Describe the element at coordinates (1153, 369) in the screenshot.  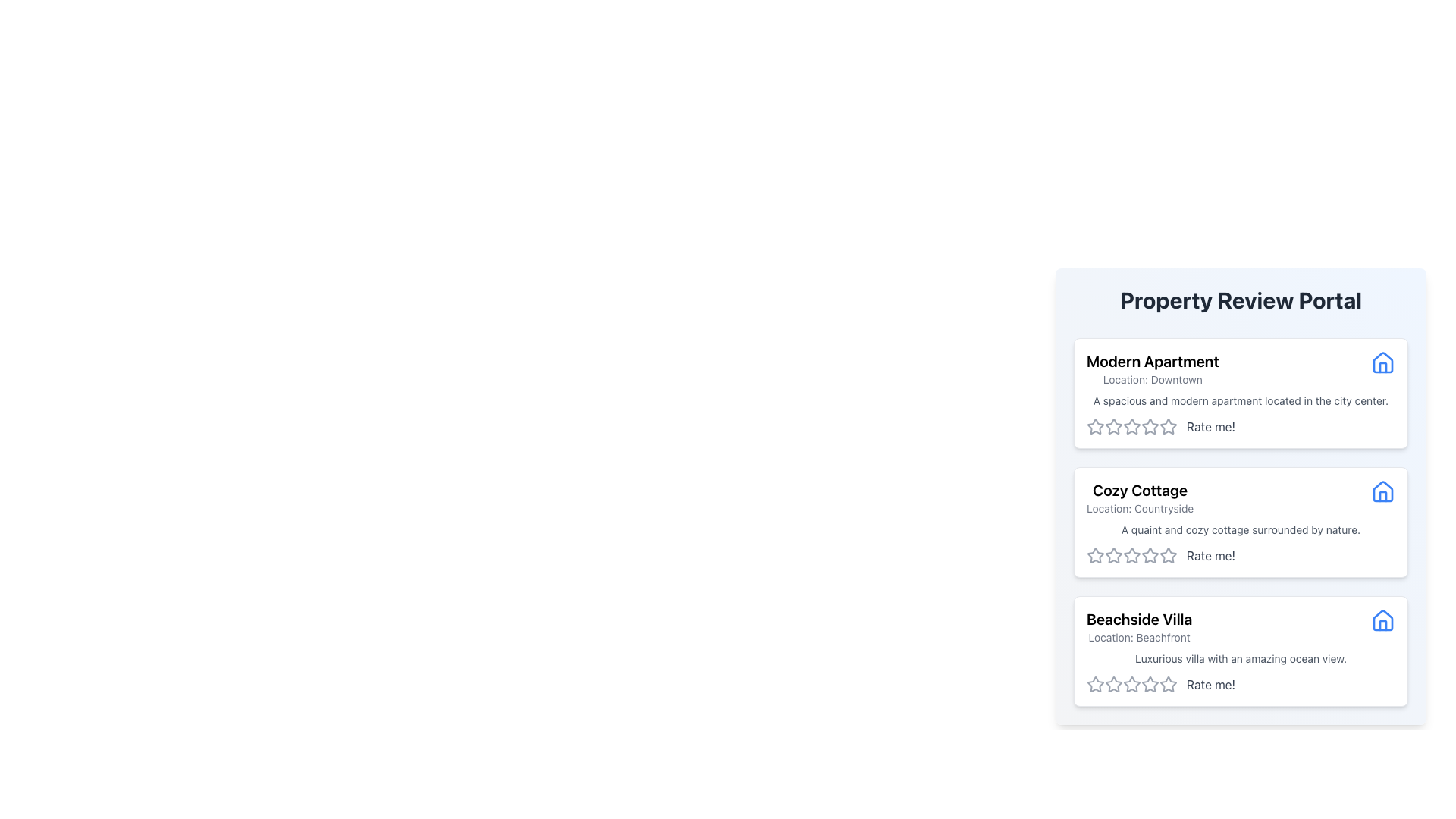
I see `text block displaying the property title 'Modern Apartment' and its location 'Location: Downtown', which is positioned at the upper-left corner of the property card` at that location.